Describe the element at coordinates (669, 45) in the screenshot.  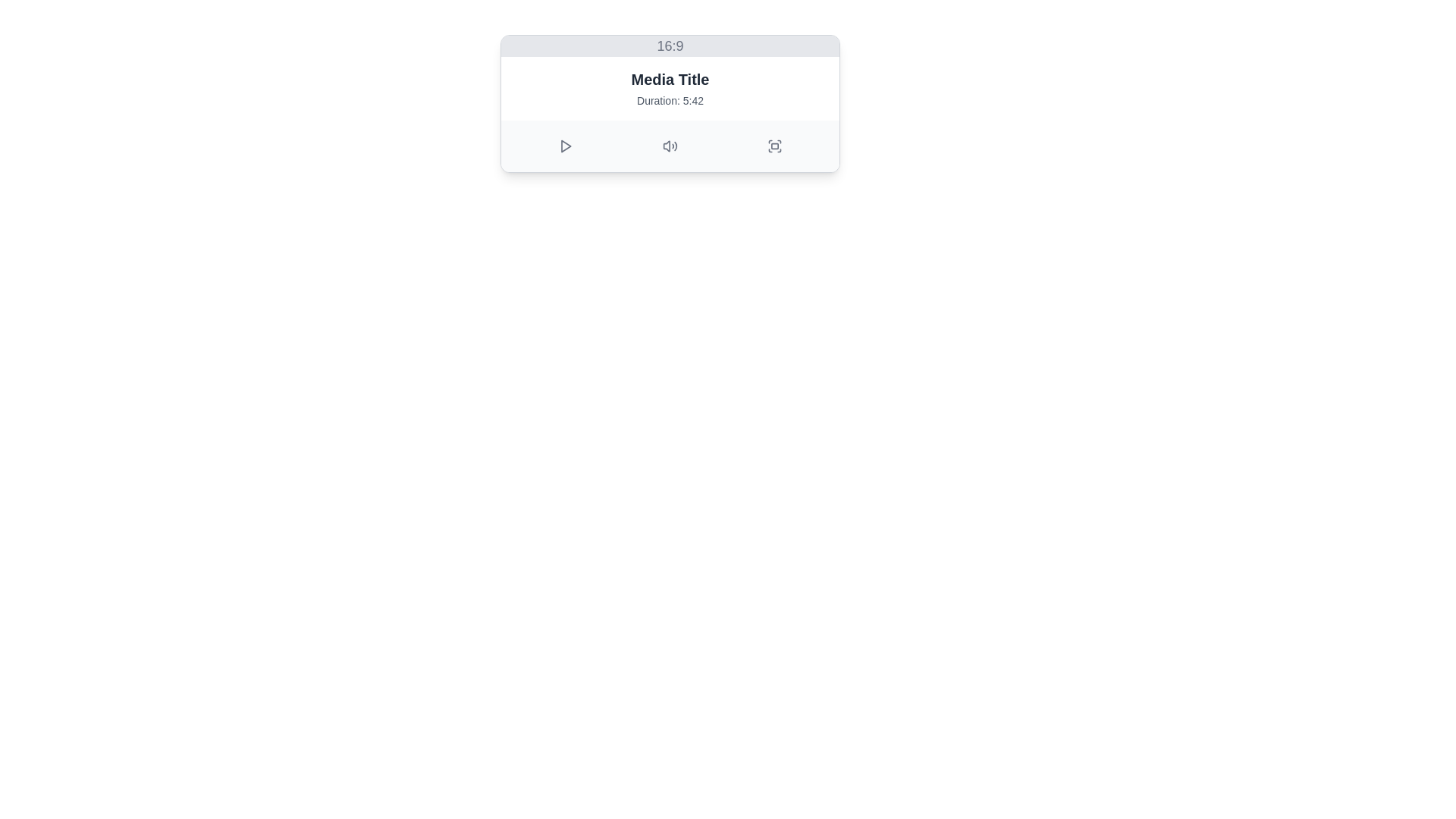
I see `the informational text label that indicates an aspect ratio of '16:9' located at the topmost section of the media card, above the 'Media Title' and 'Duration: 5:42'` at that location.